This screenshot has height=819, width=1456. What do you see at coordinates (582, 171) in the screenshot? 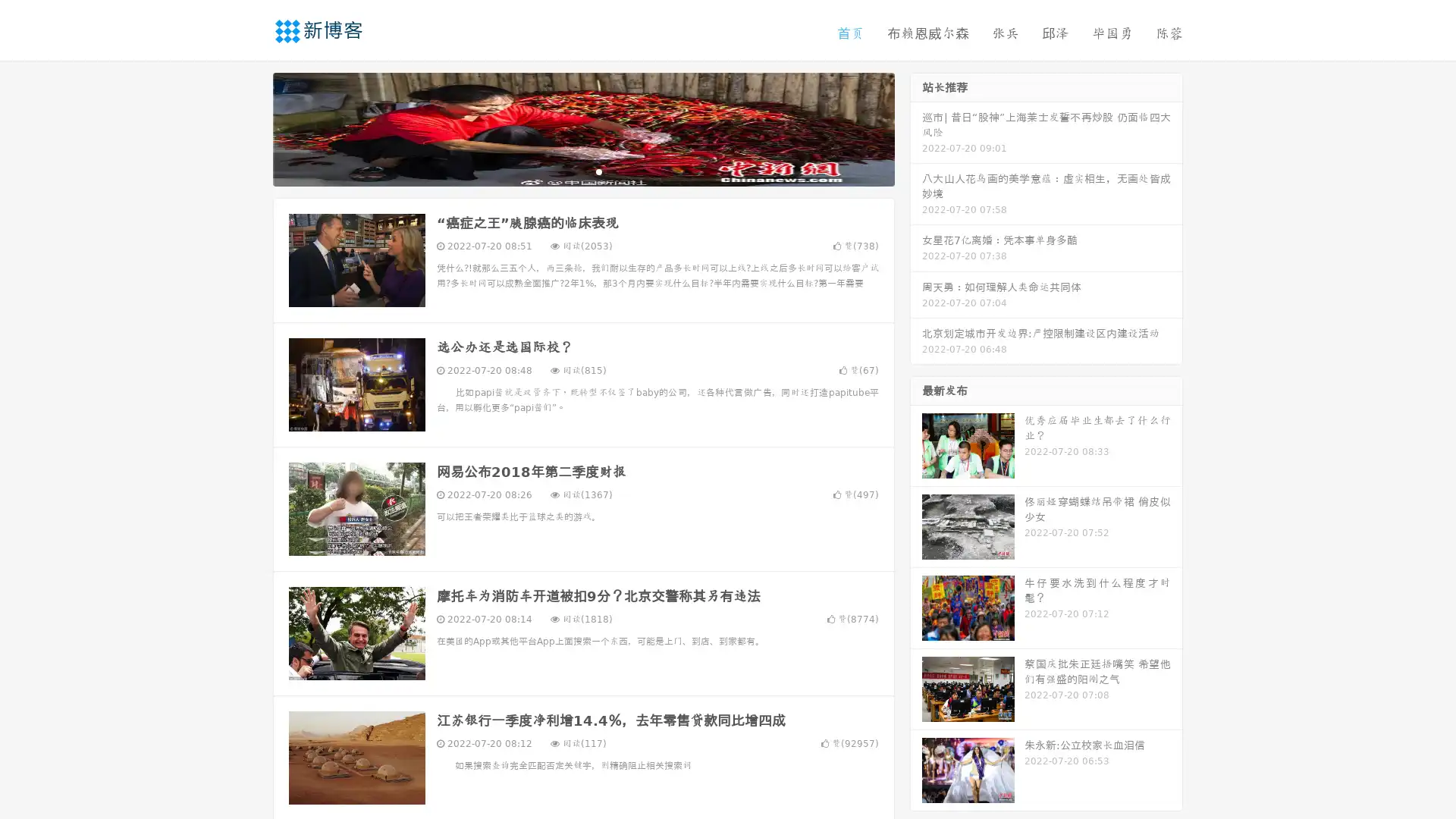
I see `Go to slide 2` at bounding box center [582, 171].